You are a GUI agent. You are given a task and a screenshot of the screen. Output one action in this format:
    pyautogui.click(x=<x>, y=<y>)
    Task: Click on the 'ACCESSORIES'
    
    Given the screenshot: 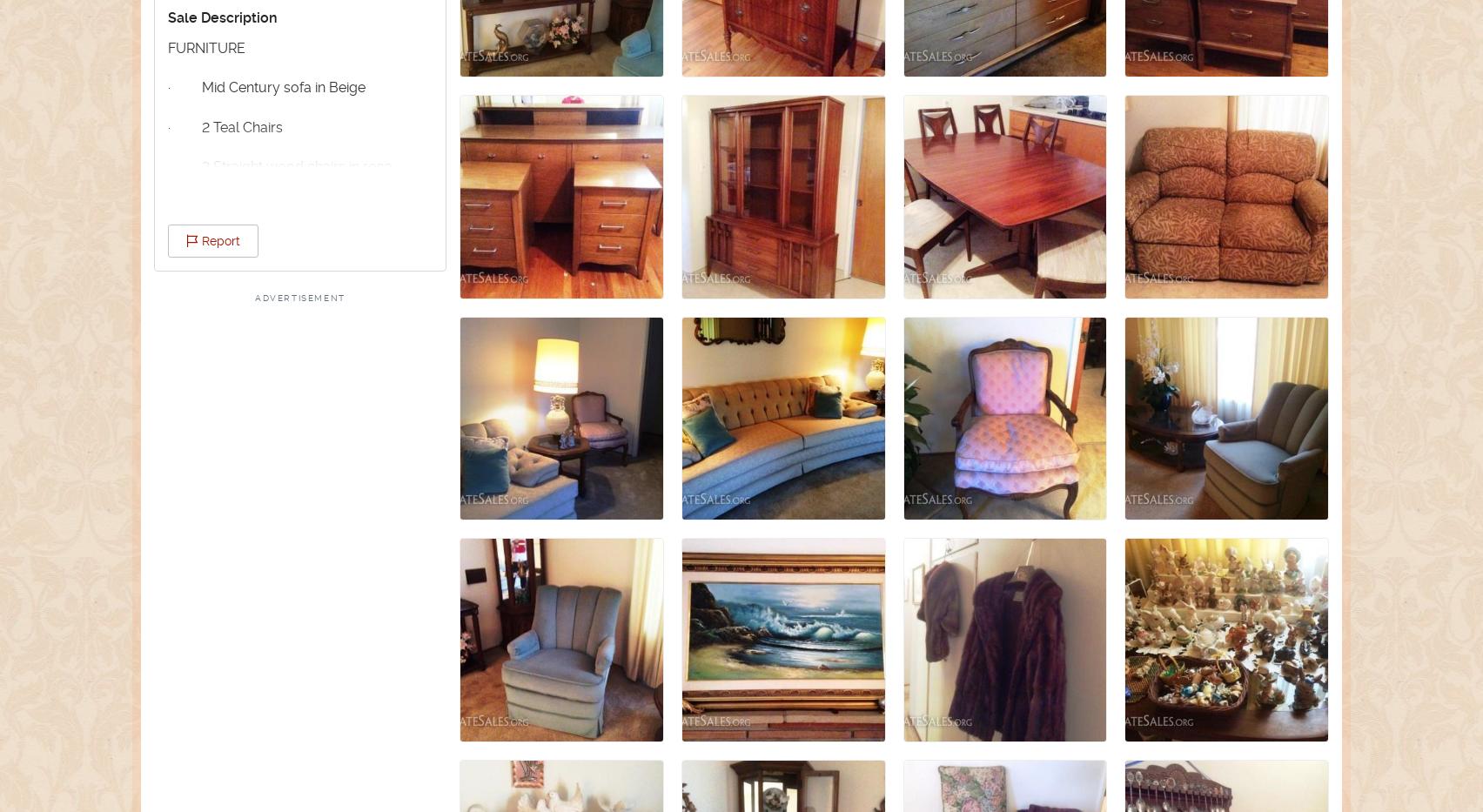 What is the action you would take?
    pyautogui.click(x=214, y=590)
    